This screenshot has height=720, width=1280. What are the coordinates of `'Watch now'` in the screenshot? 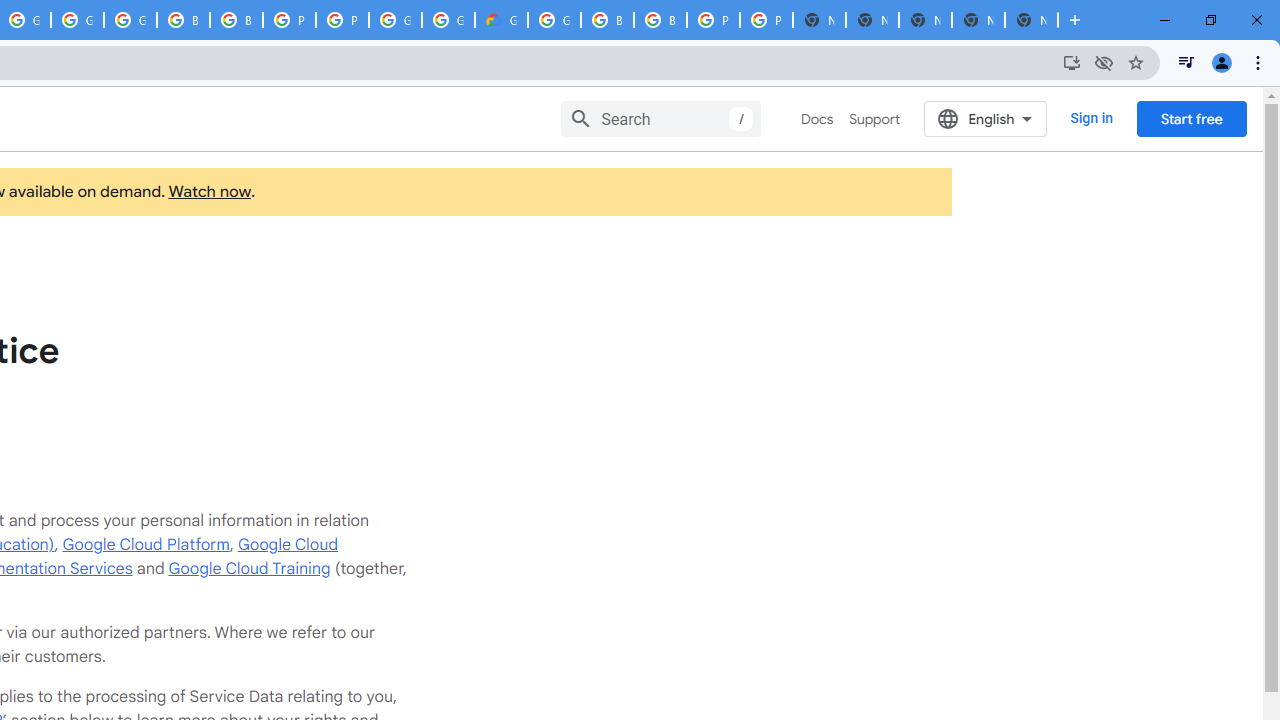 It's located at (209, 192).